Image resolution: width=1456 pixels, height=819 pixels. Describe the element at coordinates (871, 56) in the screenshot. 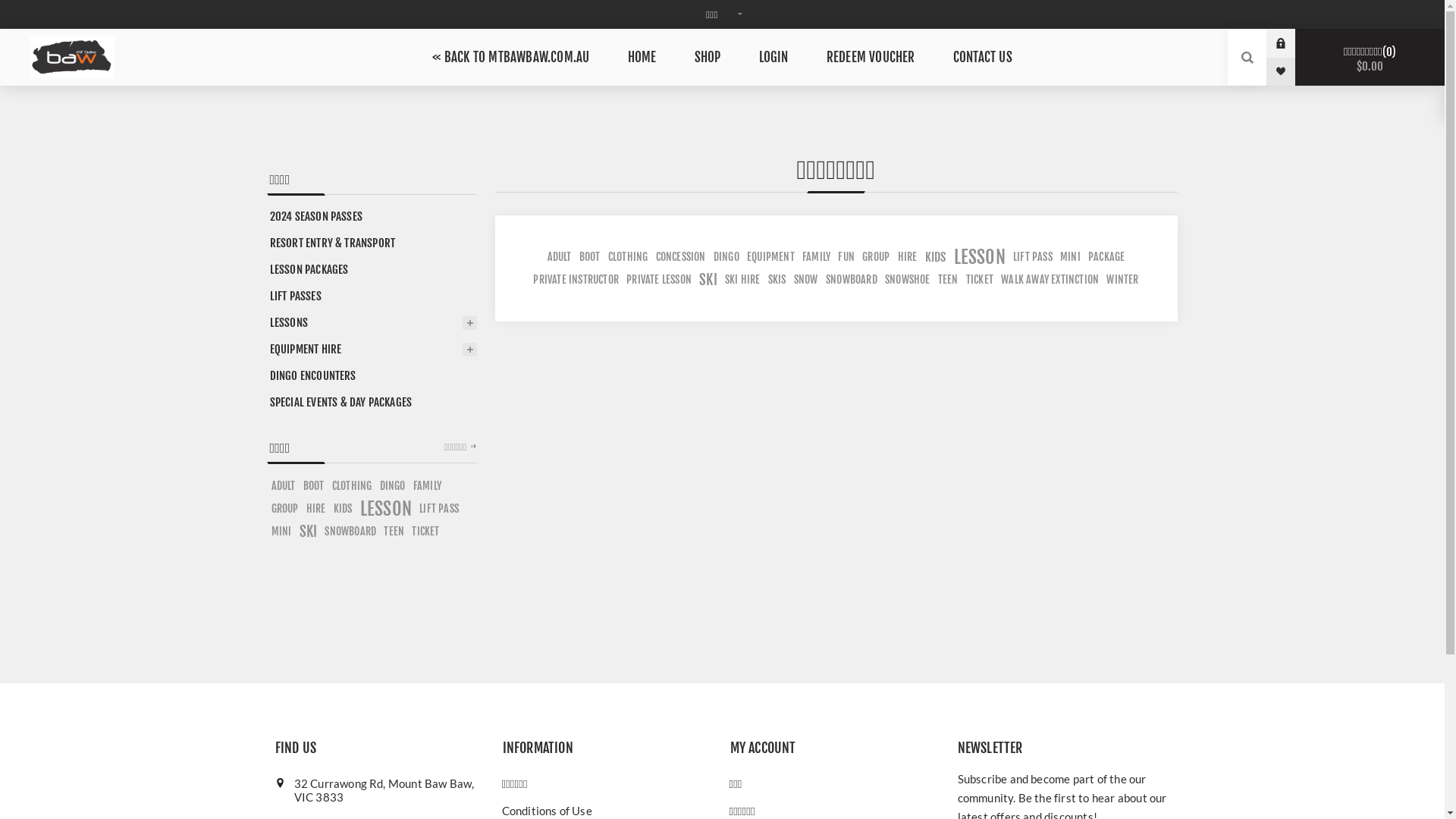

I see `'REDEEM VOUCHER'` at that location.